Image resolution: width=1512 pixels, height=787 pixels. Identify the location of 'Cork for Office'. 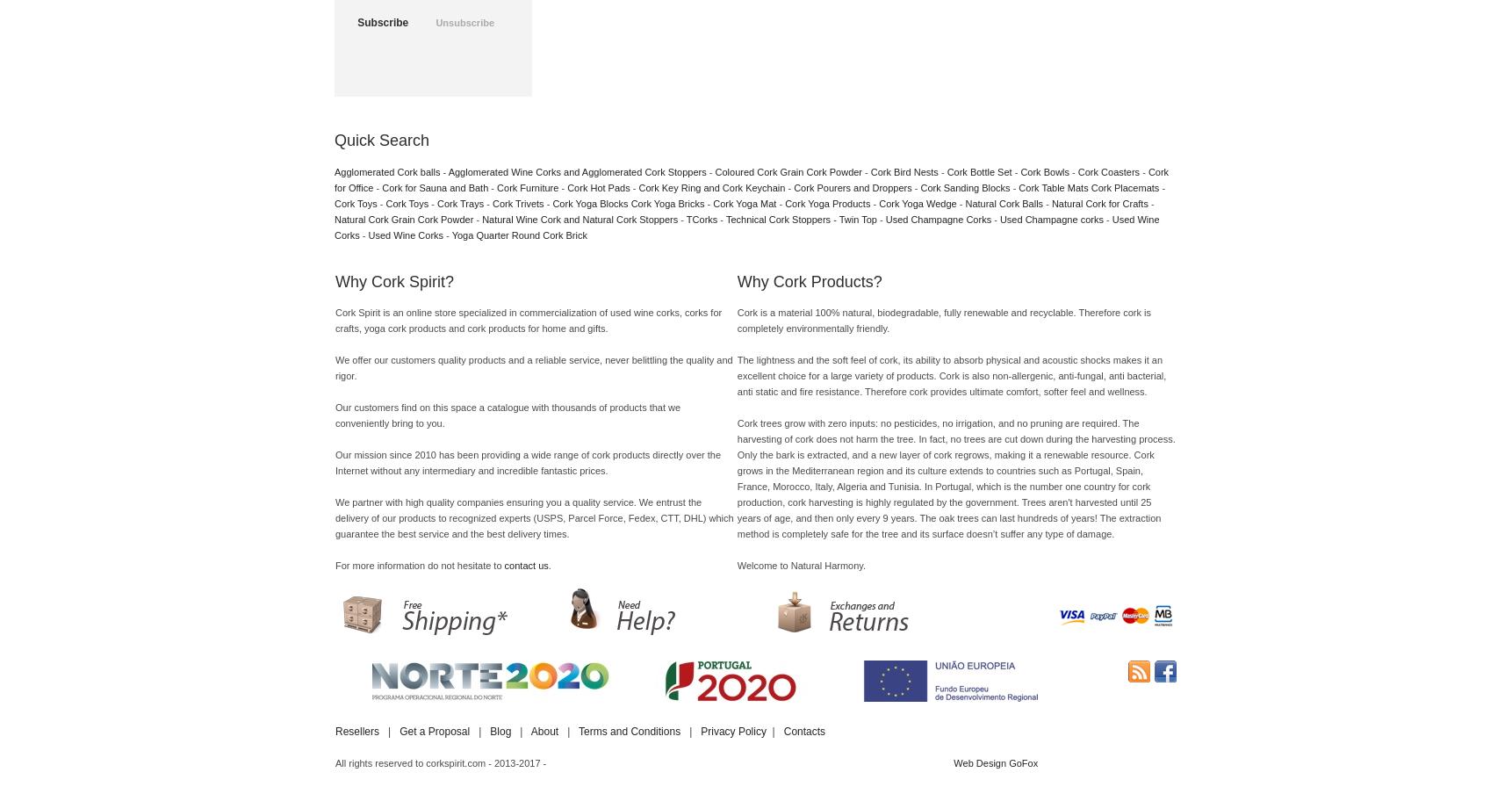
(335, 179).